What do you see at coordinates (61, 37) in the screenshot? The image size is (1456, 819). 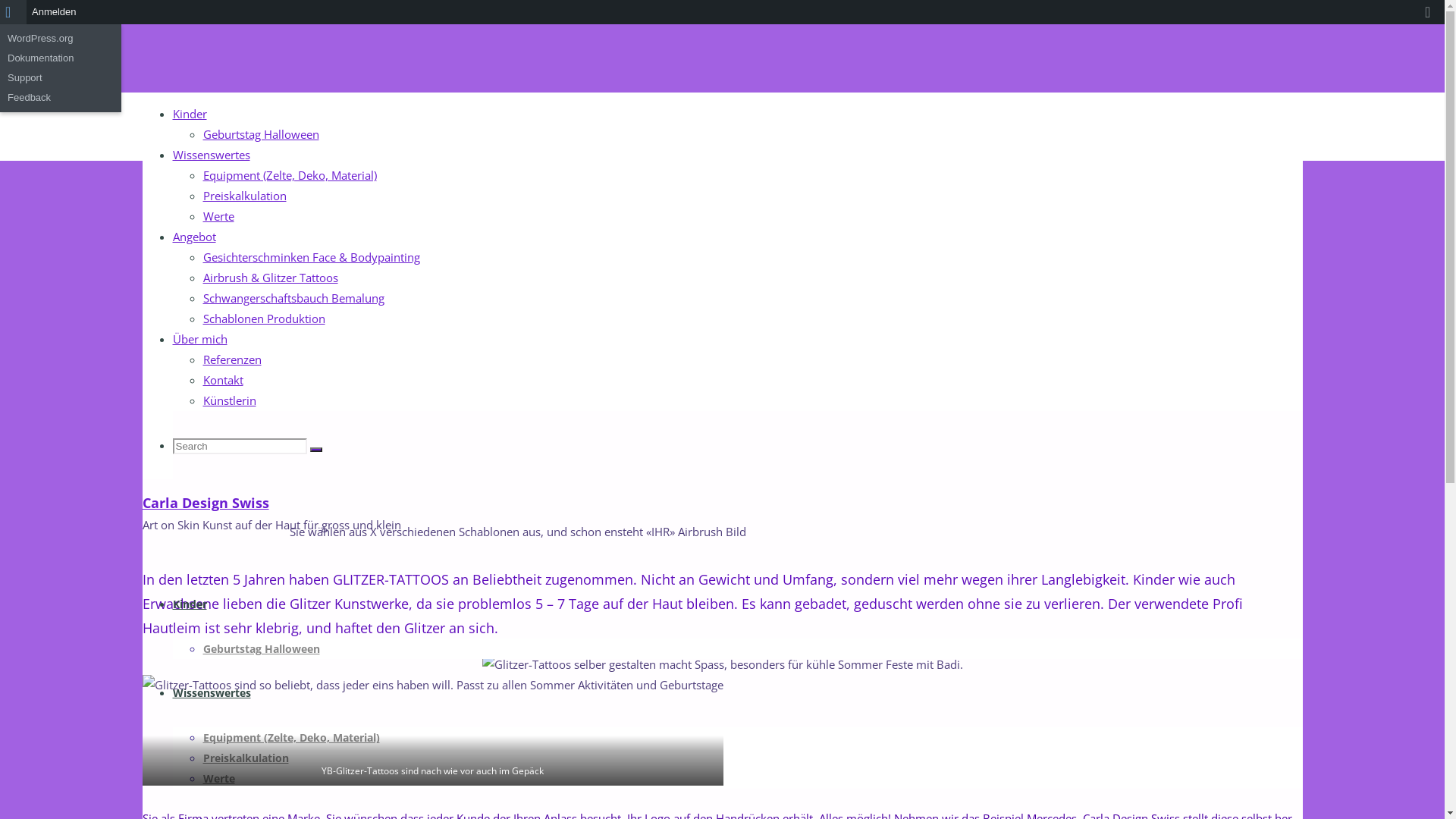 I see `'WordPress.org'` at bounding box center [61, 37].